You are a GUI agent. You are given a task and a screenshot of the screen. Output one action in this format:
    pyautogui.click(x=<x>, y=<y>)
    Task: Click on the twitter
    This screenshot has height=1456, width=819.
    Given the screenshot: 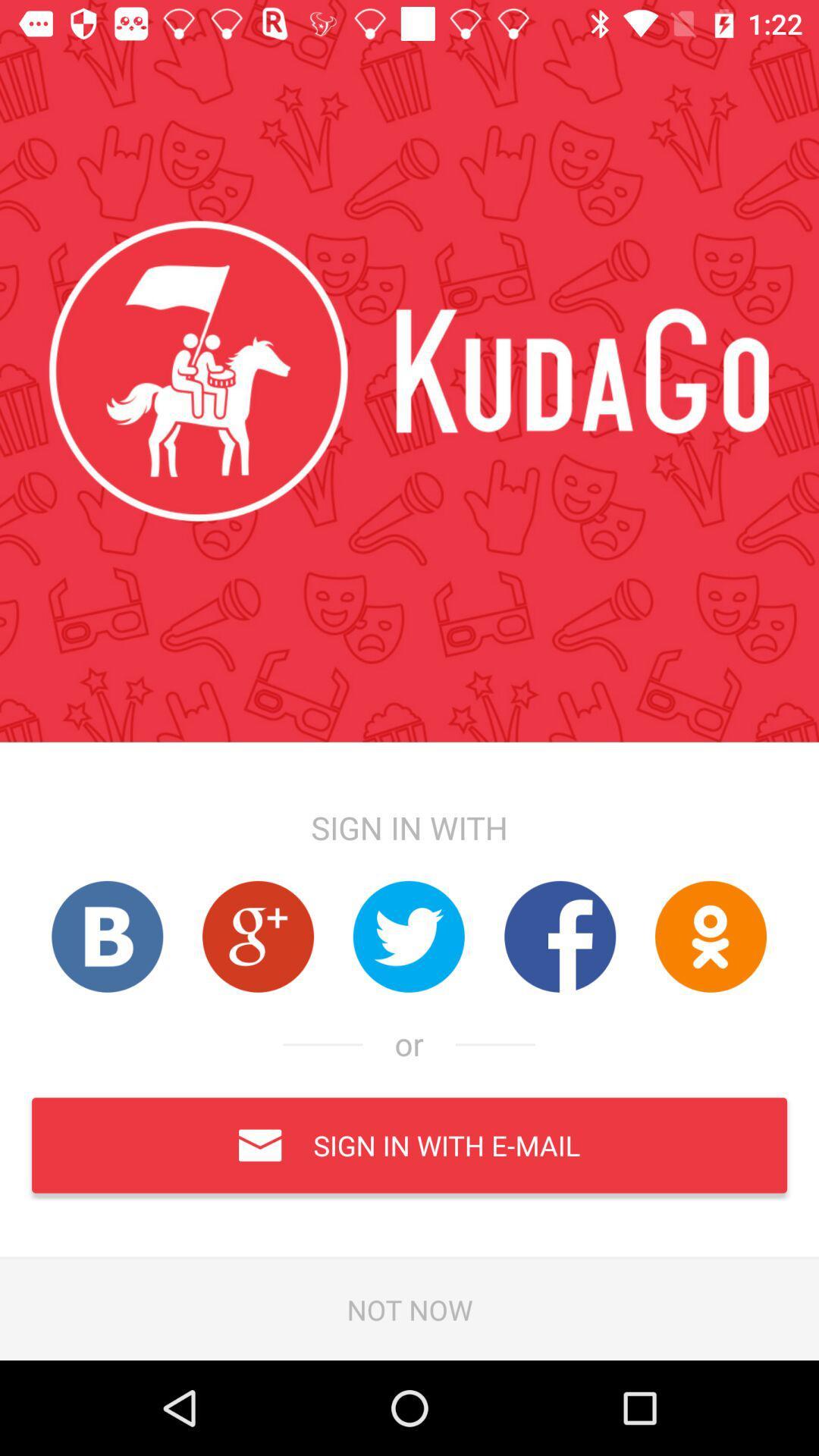 What is the action you would take?
    pyautogui.click(x=408, y=936)
    